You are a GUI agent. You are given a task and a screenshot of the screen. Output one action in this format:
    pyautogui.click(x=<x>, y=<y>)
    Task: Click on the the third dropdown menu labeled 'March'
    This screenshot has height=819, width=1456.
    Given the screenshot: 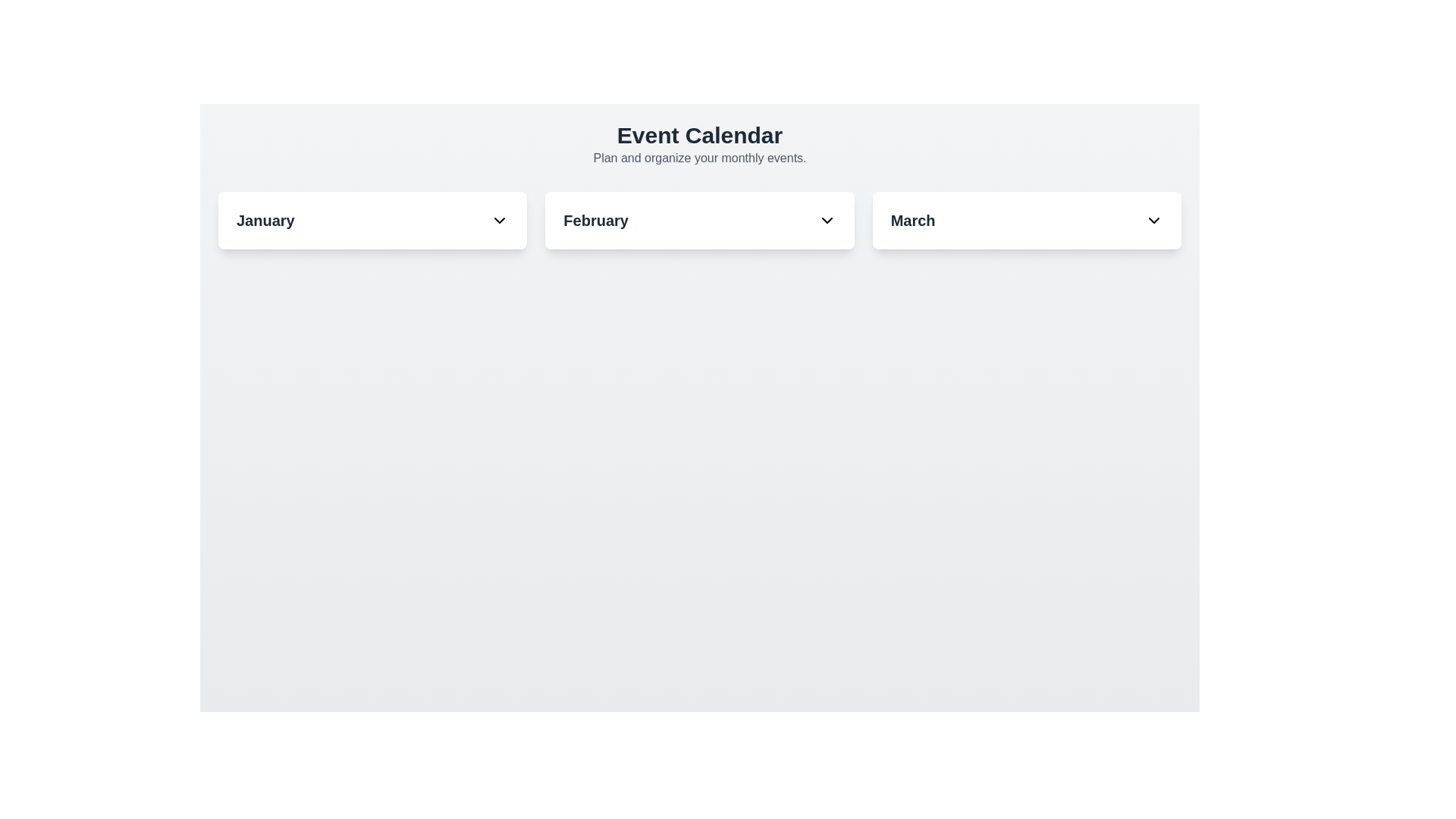 What is the action you would take?
    pyautogui.click(x=1026, y=220)
    